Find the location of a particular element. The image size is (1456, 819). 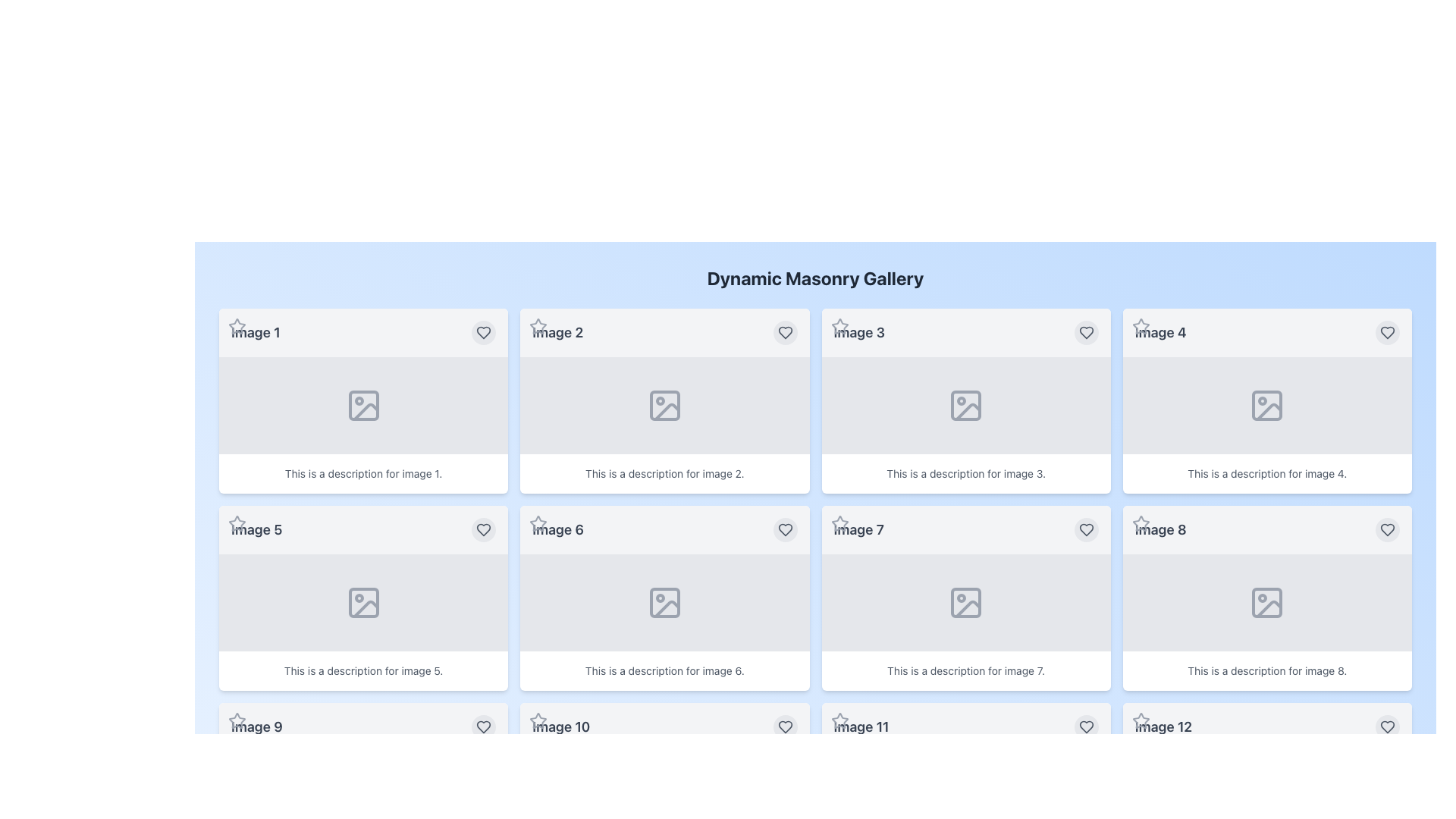

image placeholder located in the second row, first column of the grid layout, directly beneath the 'Image 5' title is located at coordinates (362, 601).